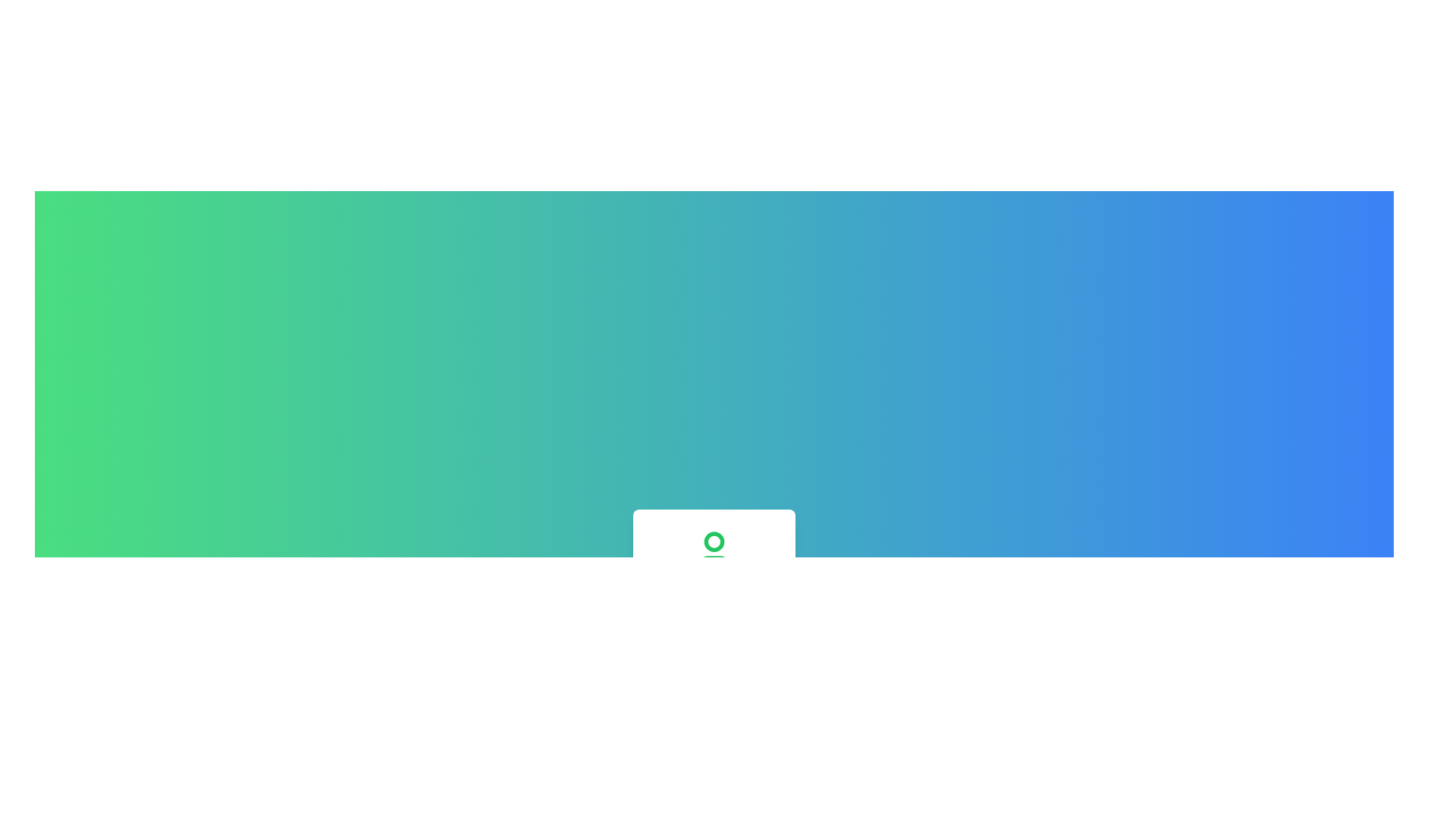 The height and width of the screenshot is (819, 1456). I want to click on the user profile icon that visually represents a person, located at the top-center of the user profile summary section, preceding the text 'Alice Johnson' and 'Senior Designer', so click(713, 552).